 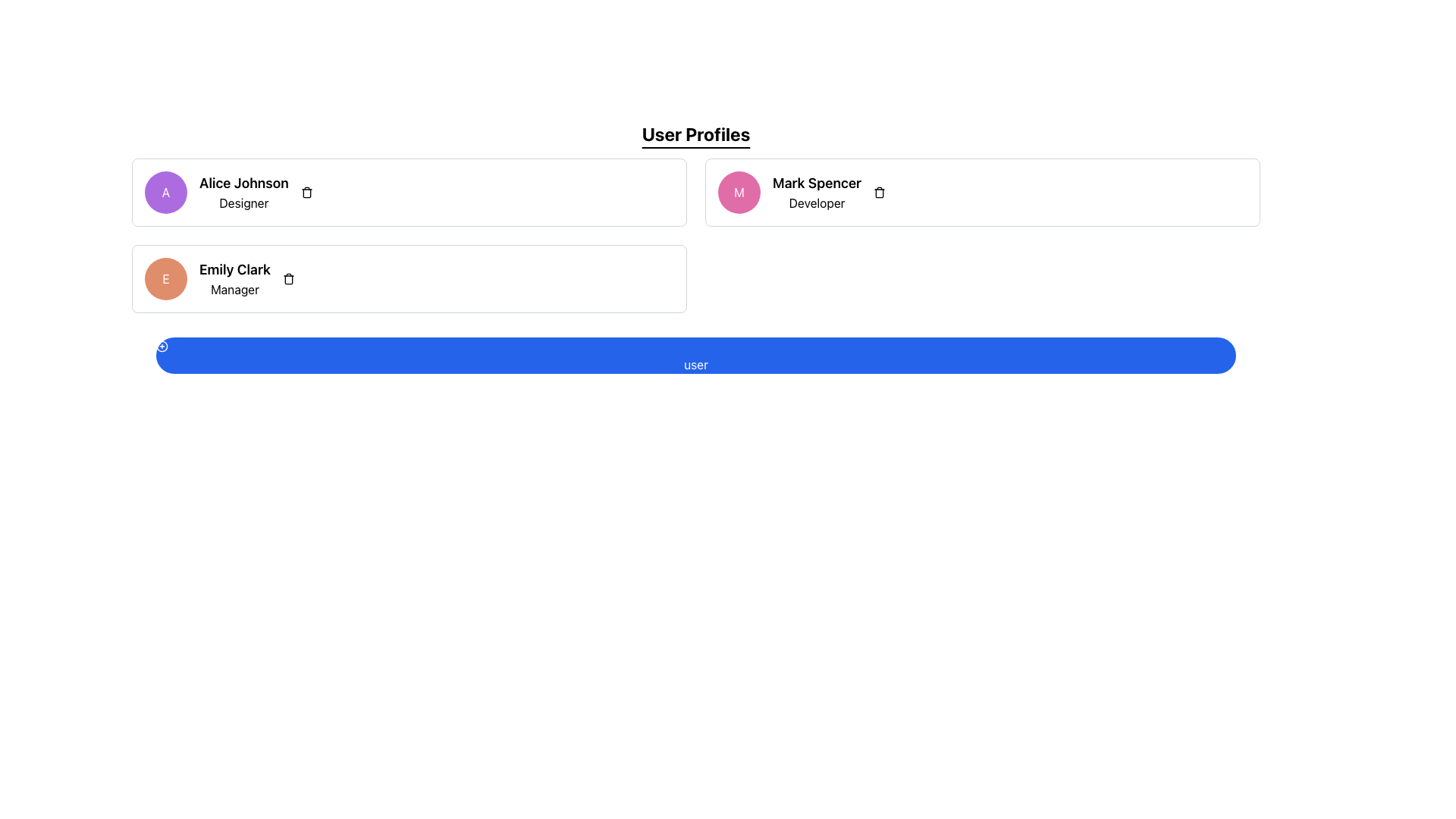 I want to click on the avatar element representing user 'Alice Johnson', which is identified by the initial 'A' and serves as a visual identifier in the user profile section, so click(x=166, y=192).